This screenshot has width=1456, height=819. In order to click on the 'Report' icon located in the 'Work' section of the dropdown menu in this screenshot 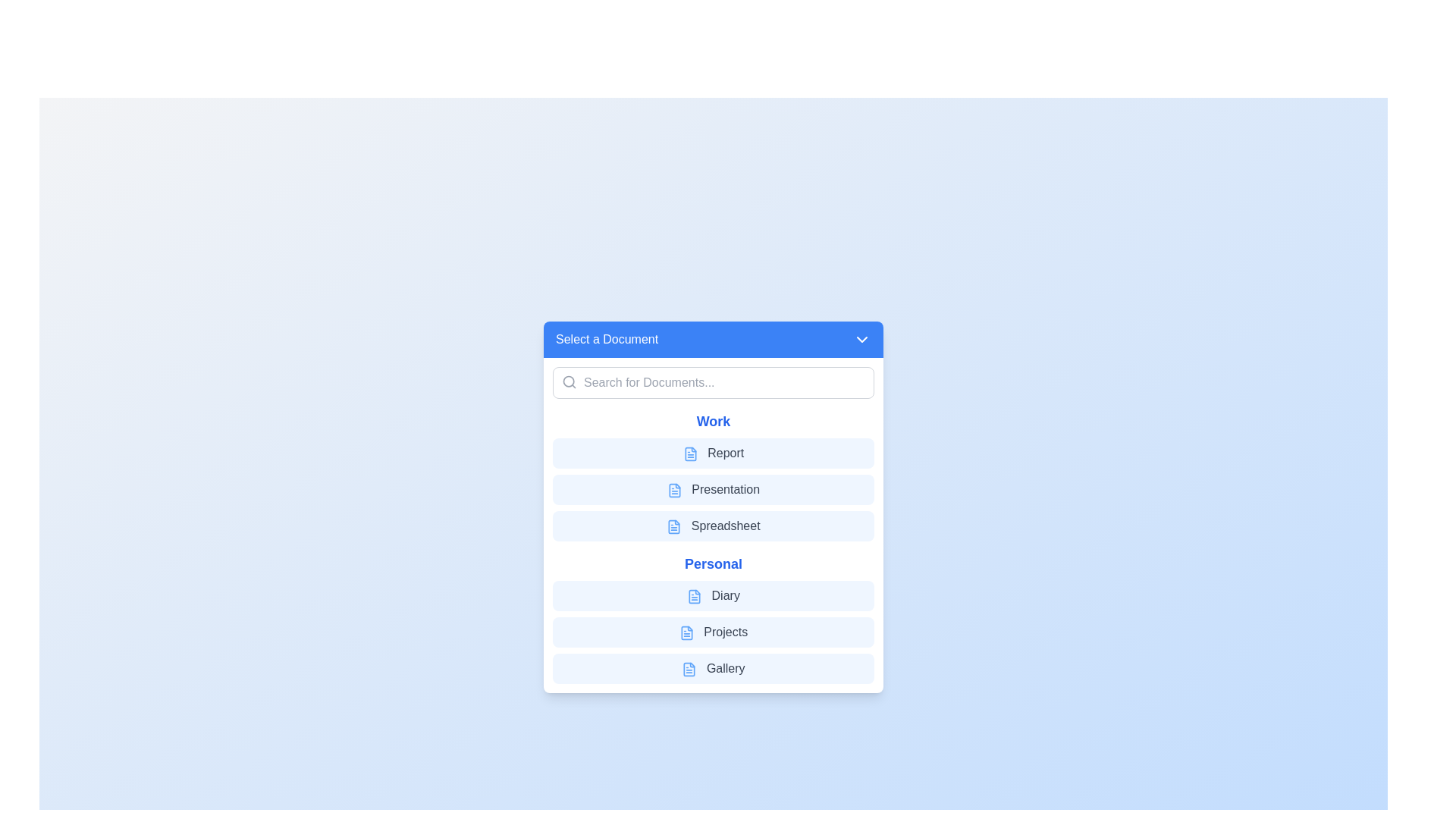, I will do `click(689, 453)`.